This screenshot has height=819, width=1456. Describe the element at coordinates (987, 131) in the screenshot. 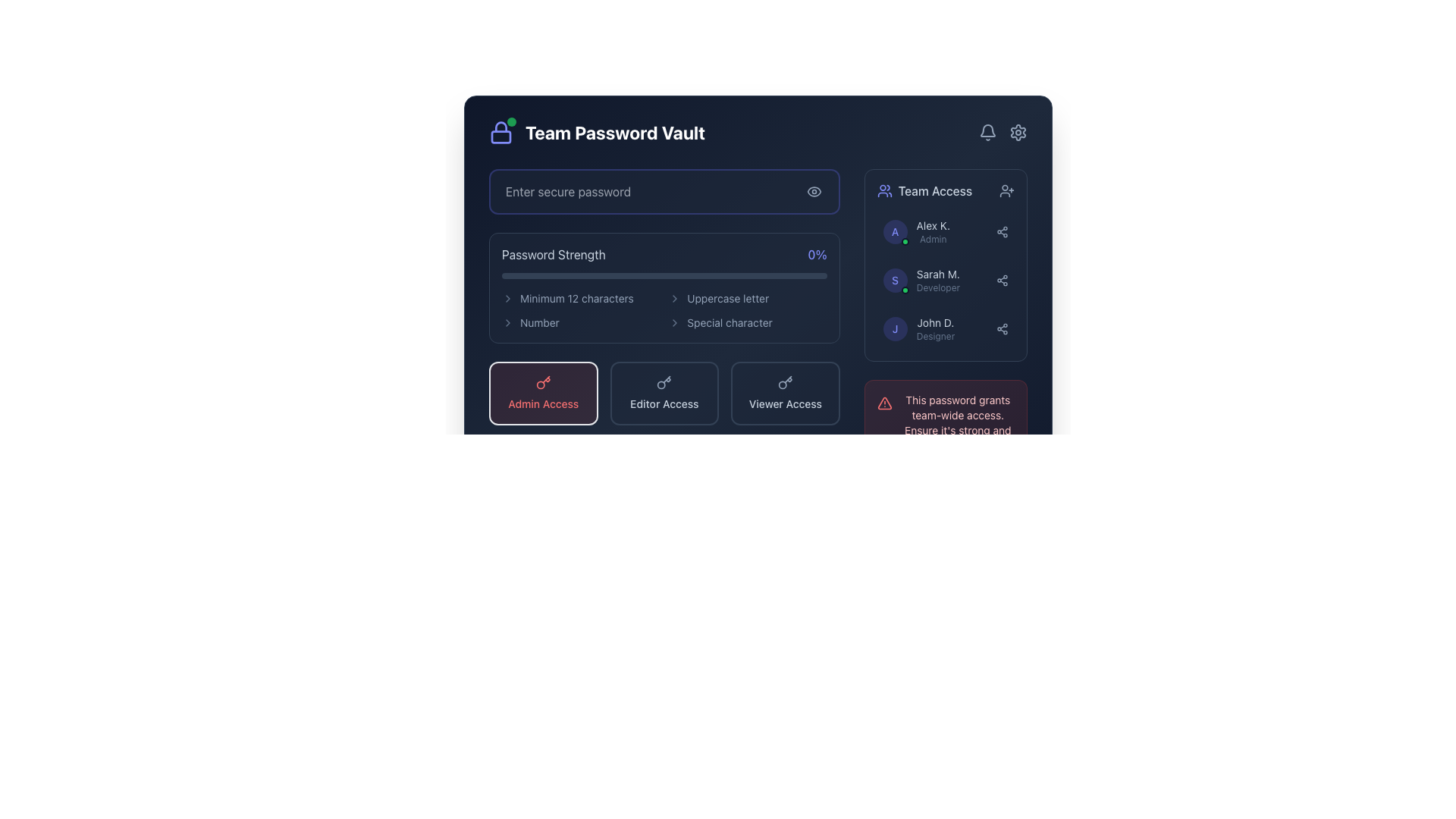

I see `the bell icon, which is styled as an outline with a curved body and a small circular clapper inside, located in the top-right corner of the interface` at that location.